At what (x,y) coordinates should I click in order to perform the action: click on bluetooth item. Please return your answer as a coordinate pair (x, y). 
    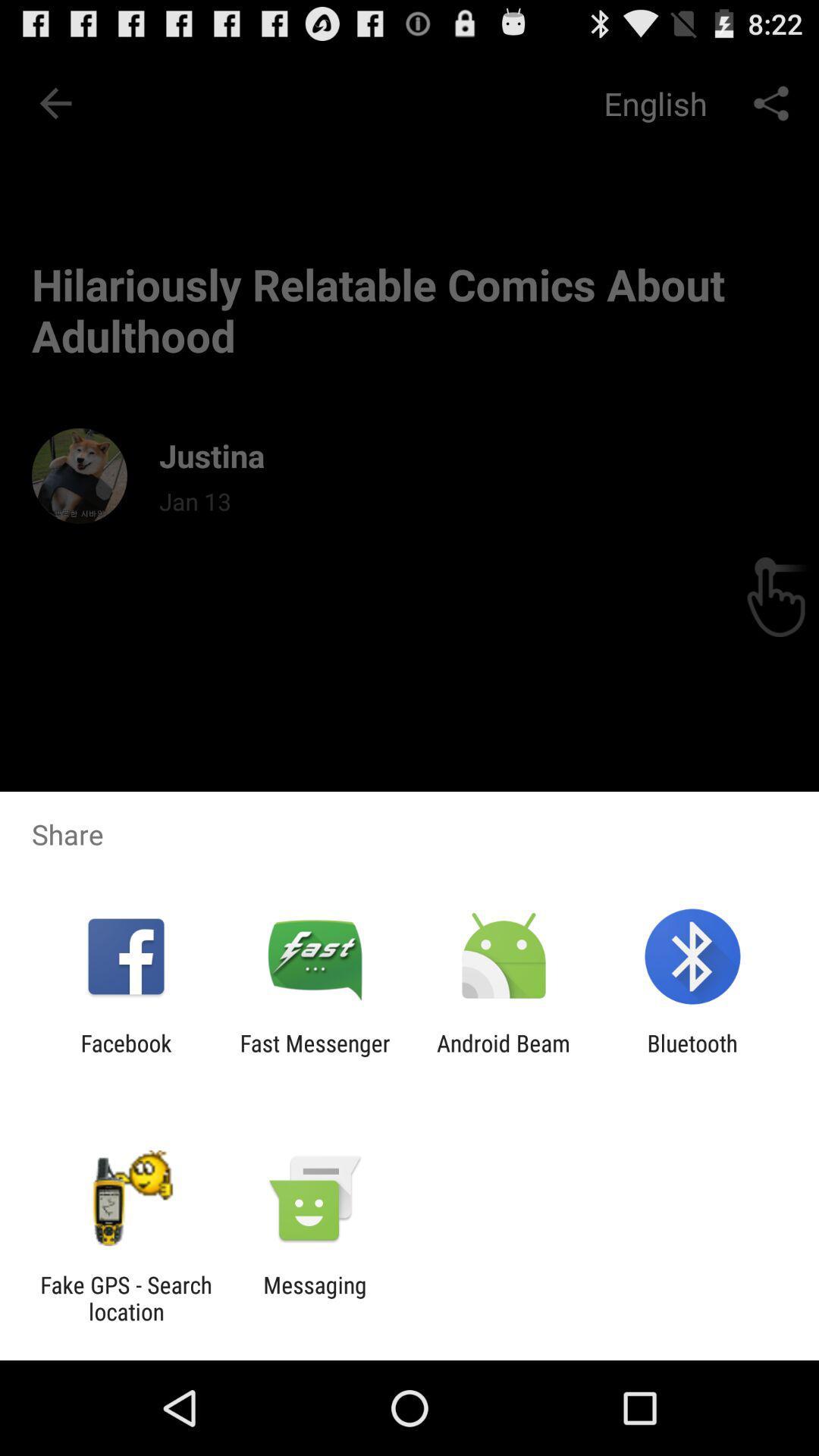
    Looking at the image, I should click on (692, 1056).